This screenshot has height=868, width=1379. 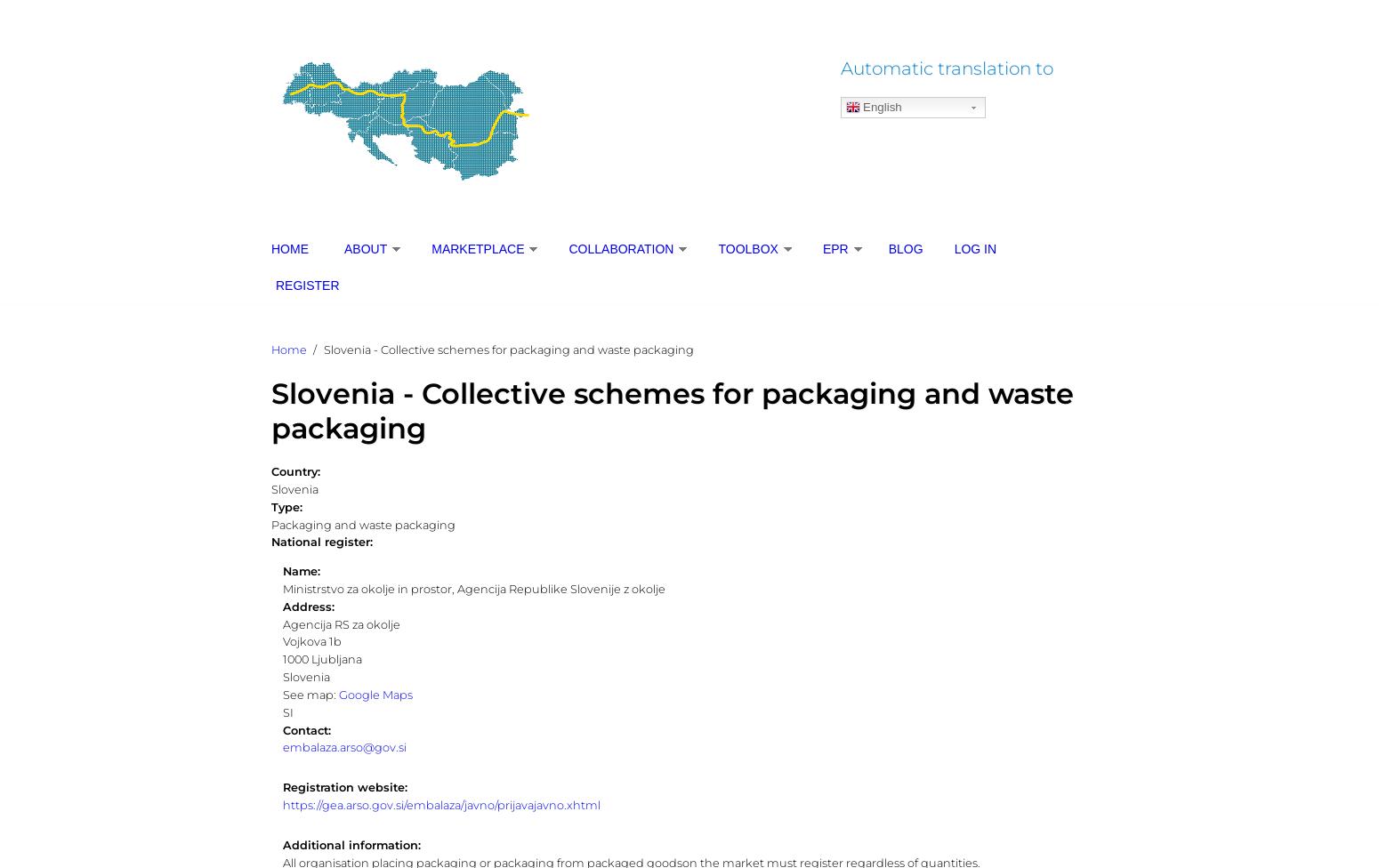 I want to click on 'Packaging and waste packaging', so click(x=363, y=524).